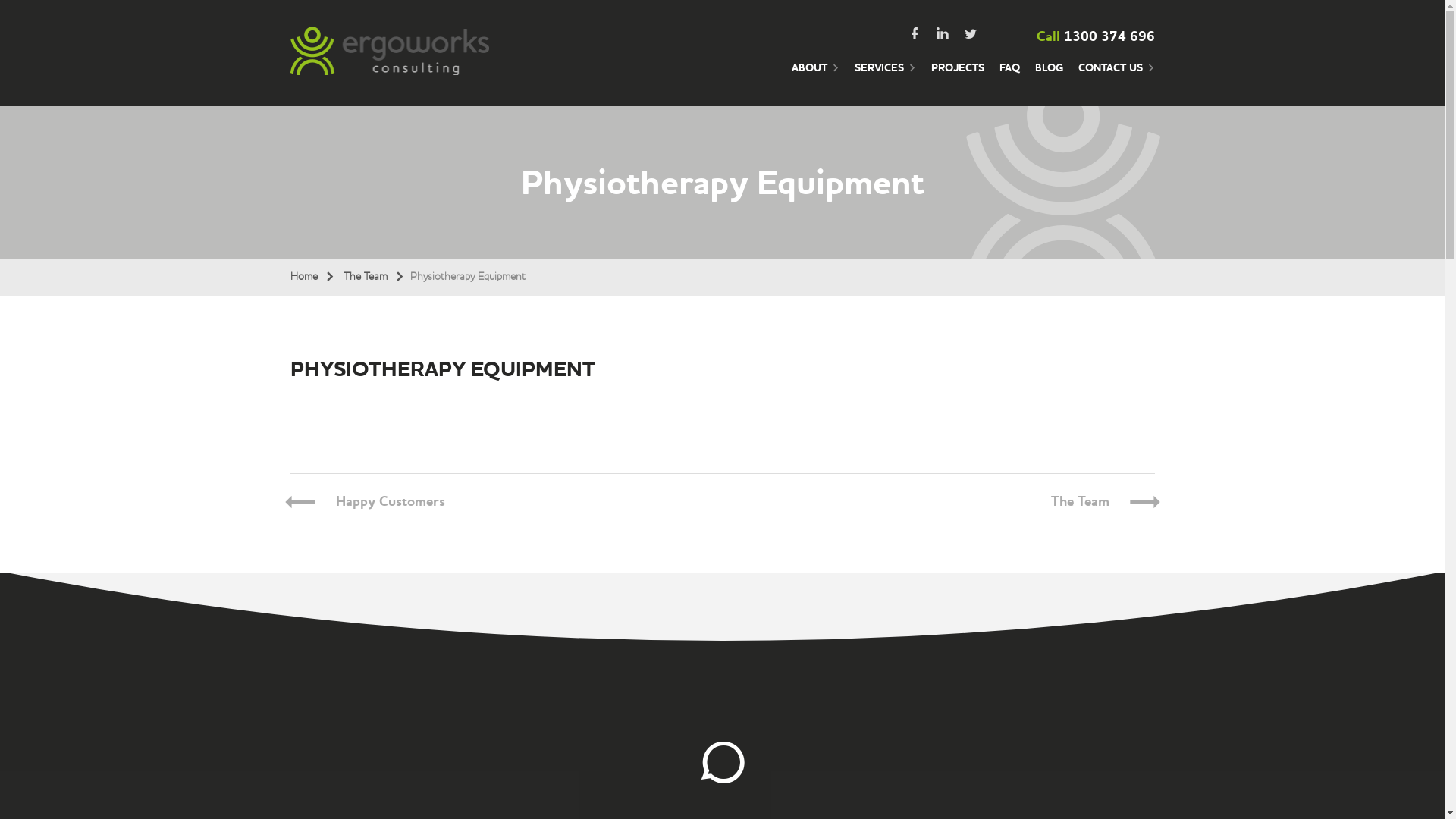 The width and height of the screenshot is (1456, 819). Describe the element at coordinates (1009, 76) in the screenshot. I see `'FAQ'` at that location.